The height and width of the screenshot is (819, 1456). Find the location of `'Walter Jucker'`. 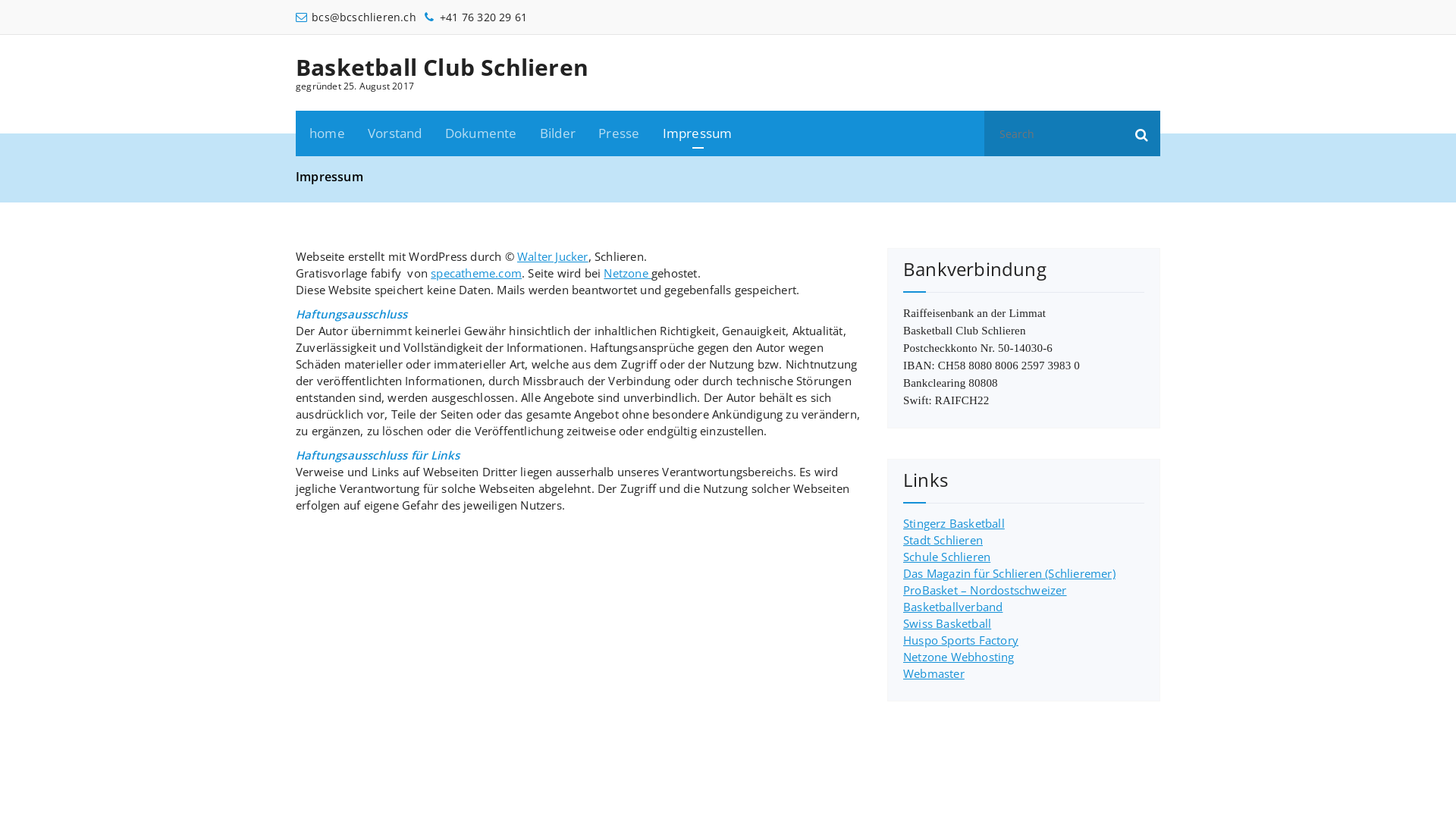

'Walter Jucker' is located at coordinates (552, 256).